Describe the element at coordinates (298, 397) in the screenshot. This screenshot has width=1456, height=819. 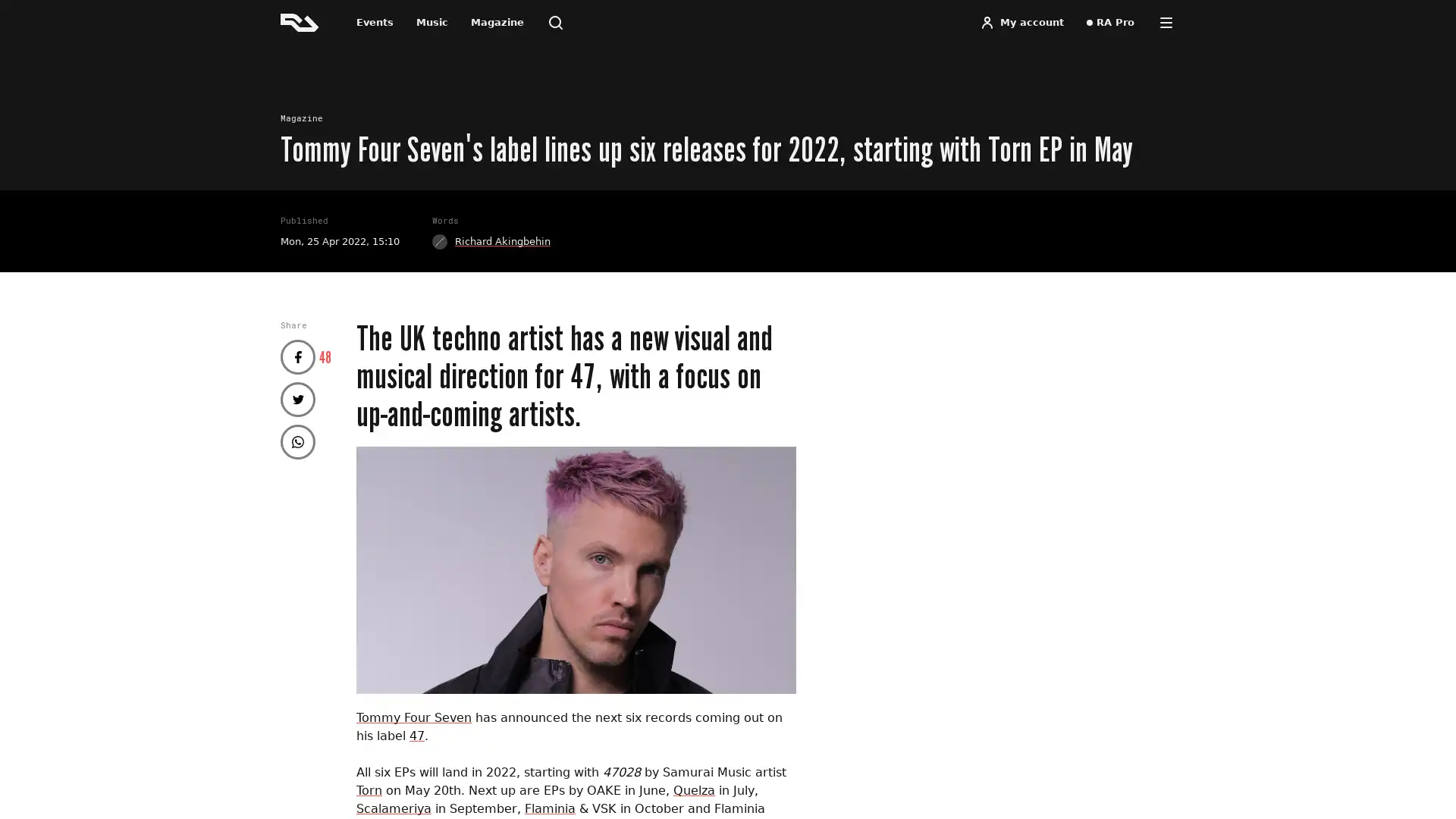
I see `twitter` at that location.